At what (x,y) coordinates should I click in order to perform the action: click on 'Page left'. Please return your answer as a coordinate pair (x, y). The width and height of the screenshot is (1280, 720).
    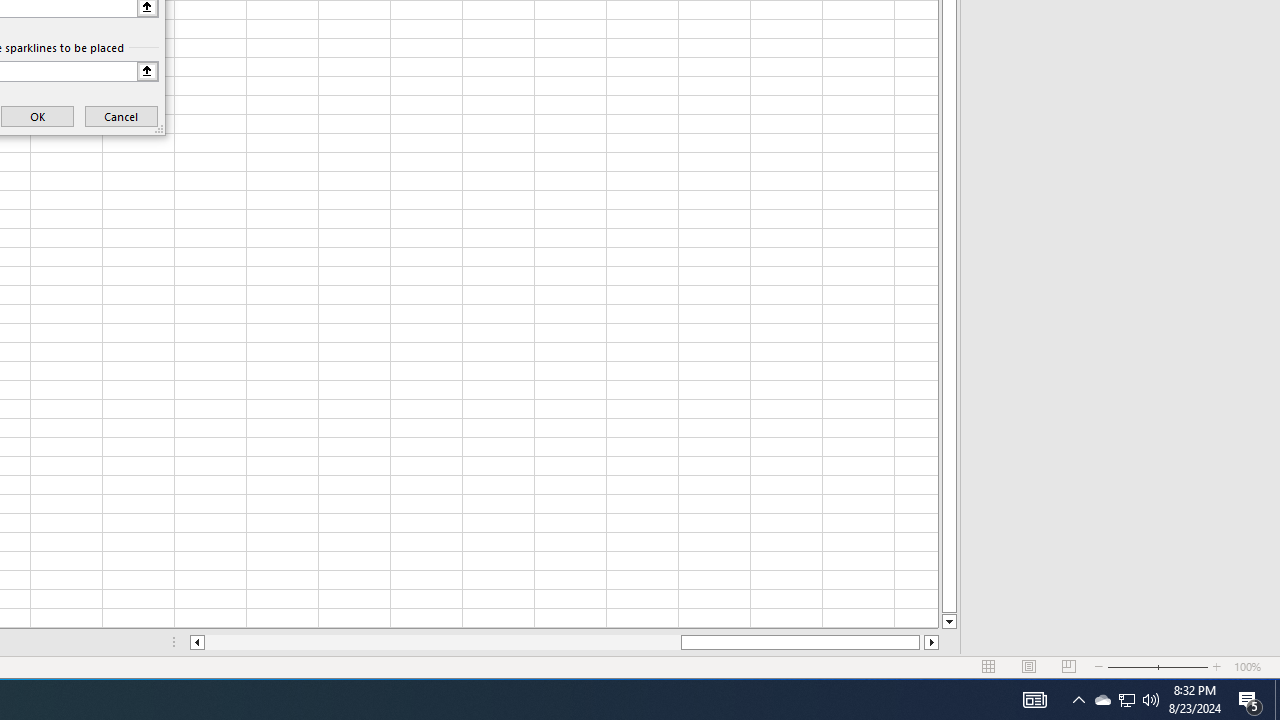
    Looking at the image, I should click on (441, 642).